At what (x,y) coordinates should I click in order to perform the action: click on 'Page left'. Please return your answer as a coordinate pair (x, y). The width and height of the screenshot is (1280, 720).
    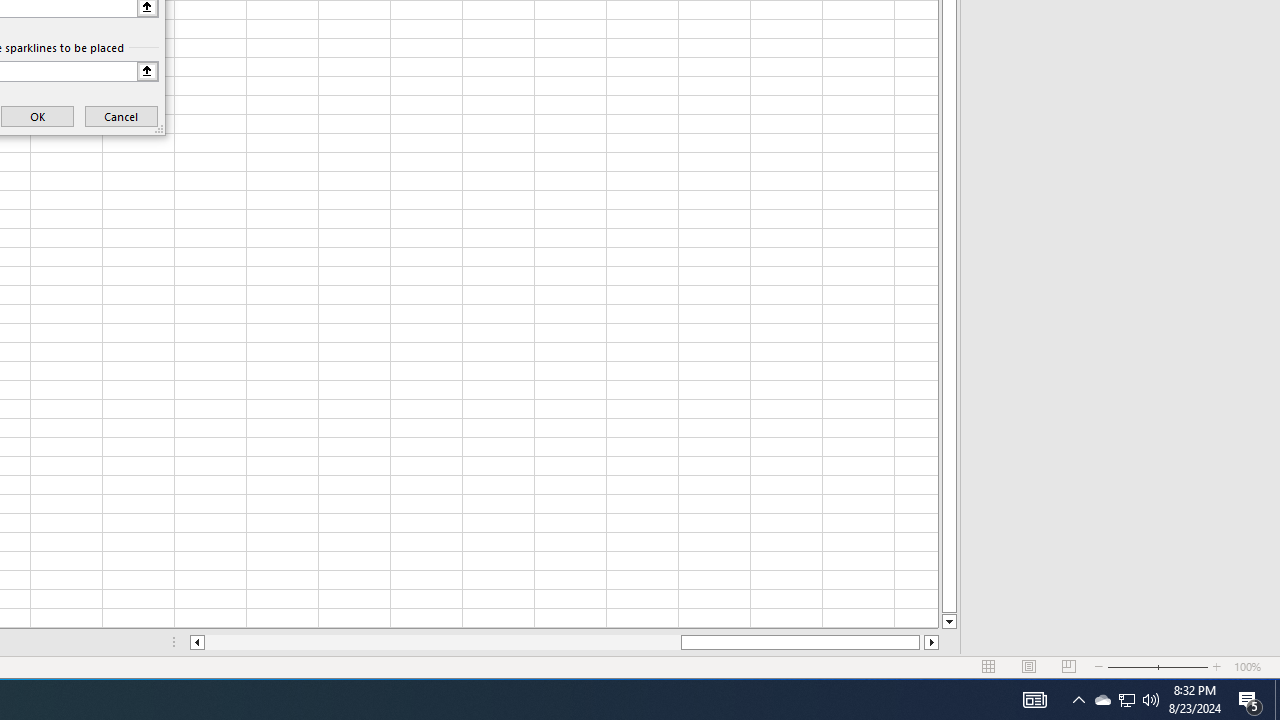
    Looking at the image, I should click on (441, 642).